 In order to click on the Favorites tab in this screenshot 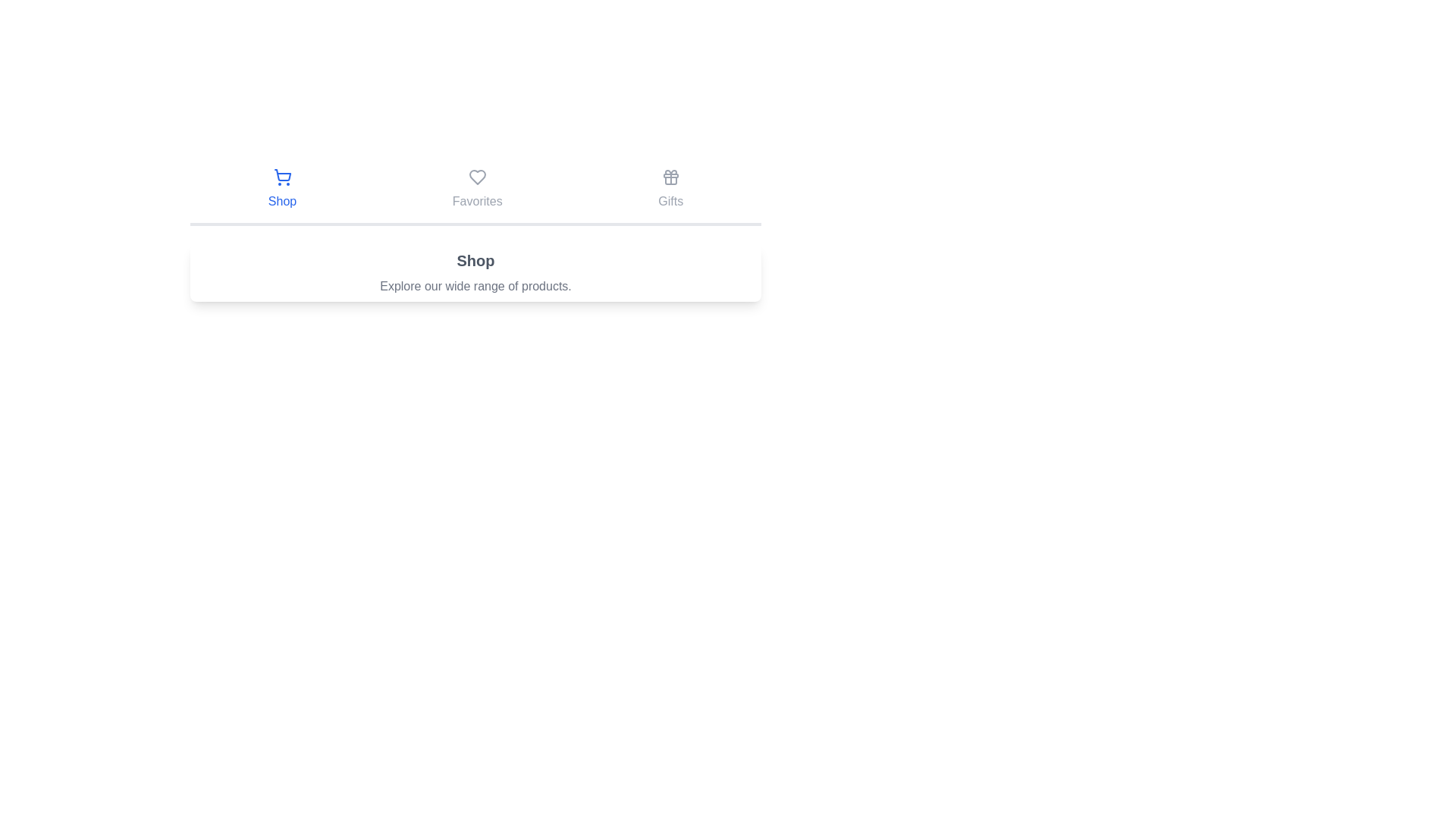, I will do `click(476, 189)`.